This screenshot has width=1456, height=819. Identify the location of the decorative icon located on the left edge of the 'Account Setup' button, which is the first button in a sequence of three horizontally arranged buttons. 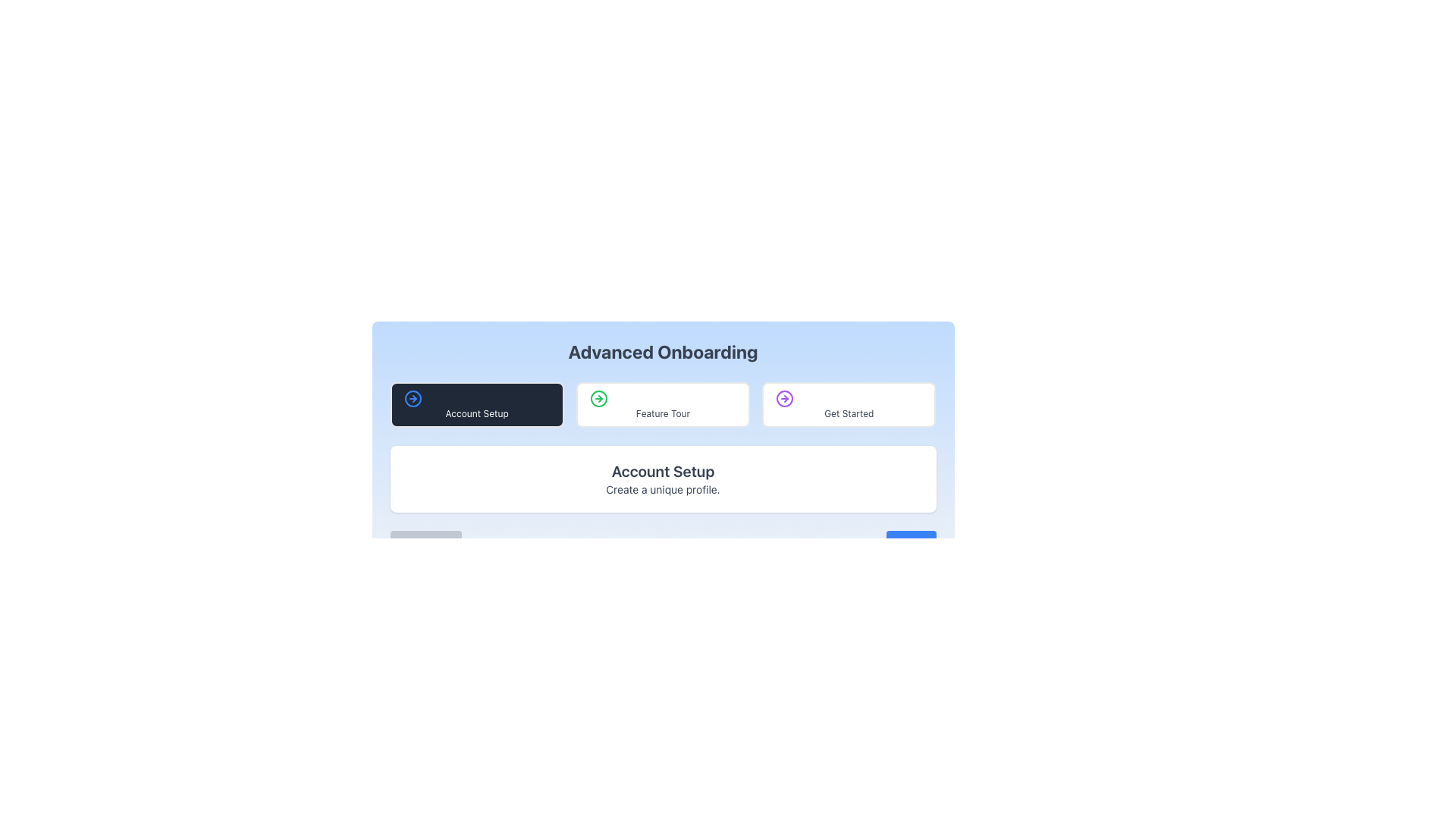
(413, 397).